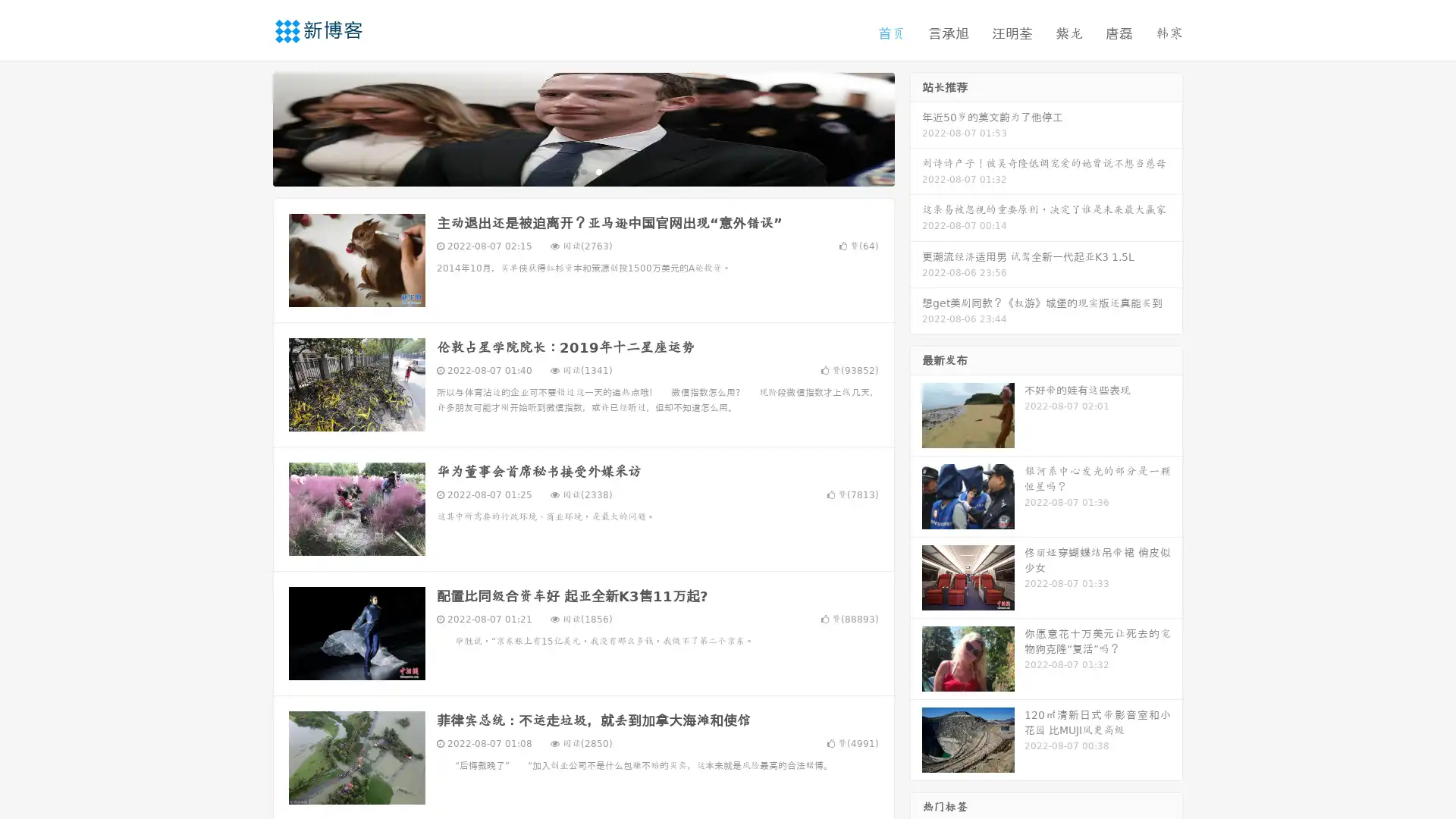 This screenshot has width=1456, height=819. What do you see at coordinates (582, 171) in the screenshot?
I see `Go to slide 2` at bounding box center [582, 171].